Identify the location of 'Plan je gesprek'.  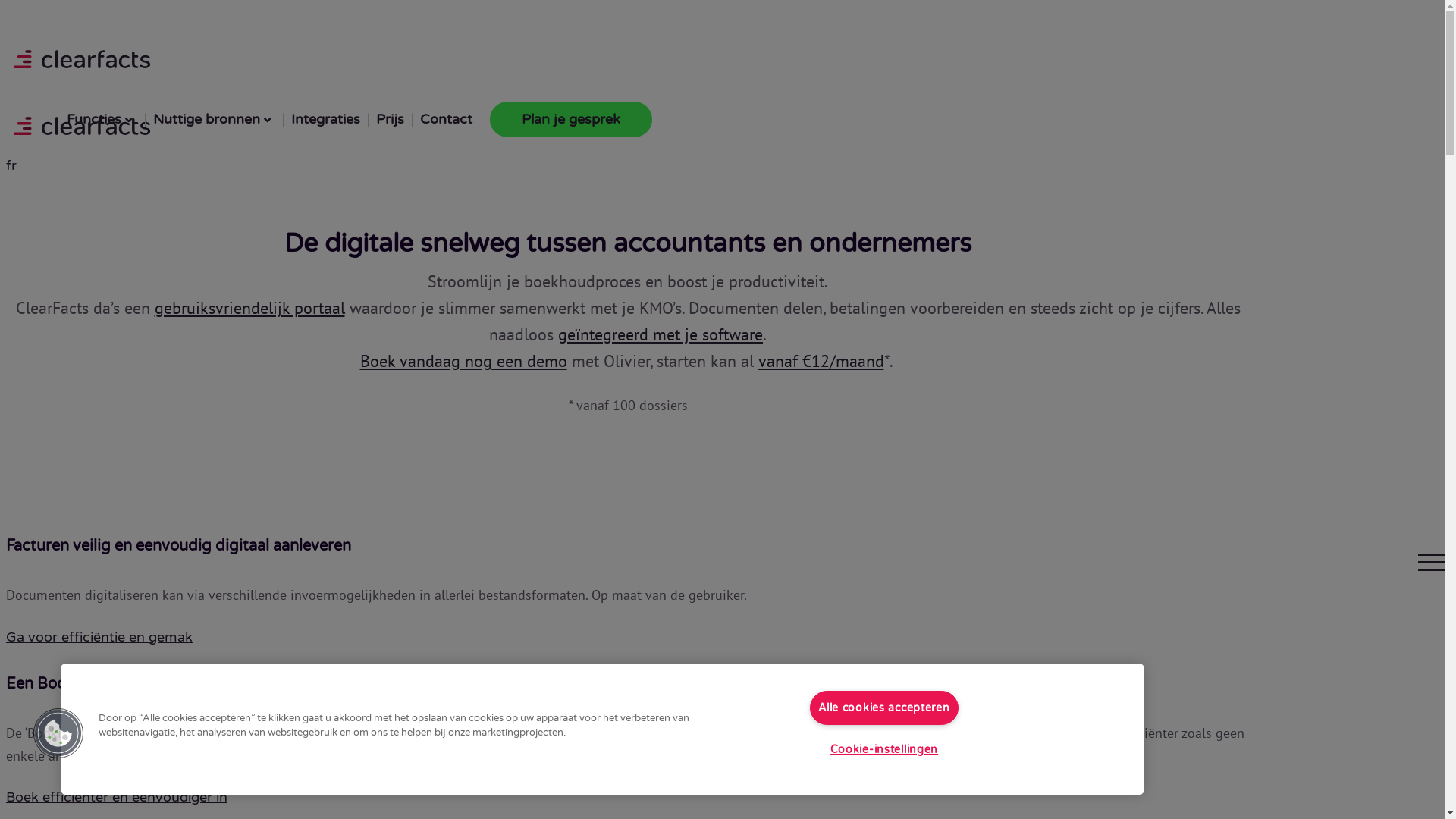
(570, 118).